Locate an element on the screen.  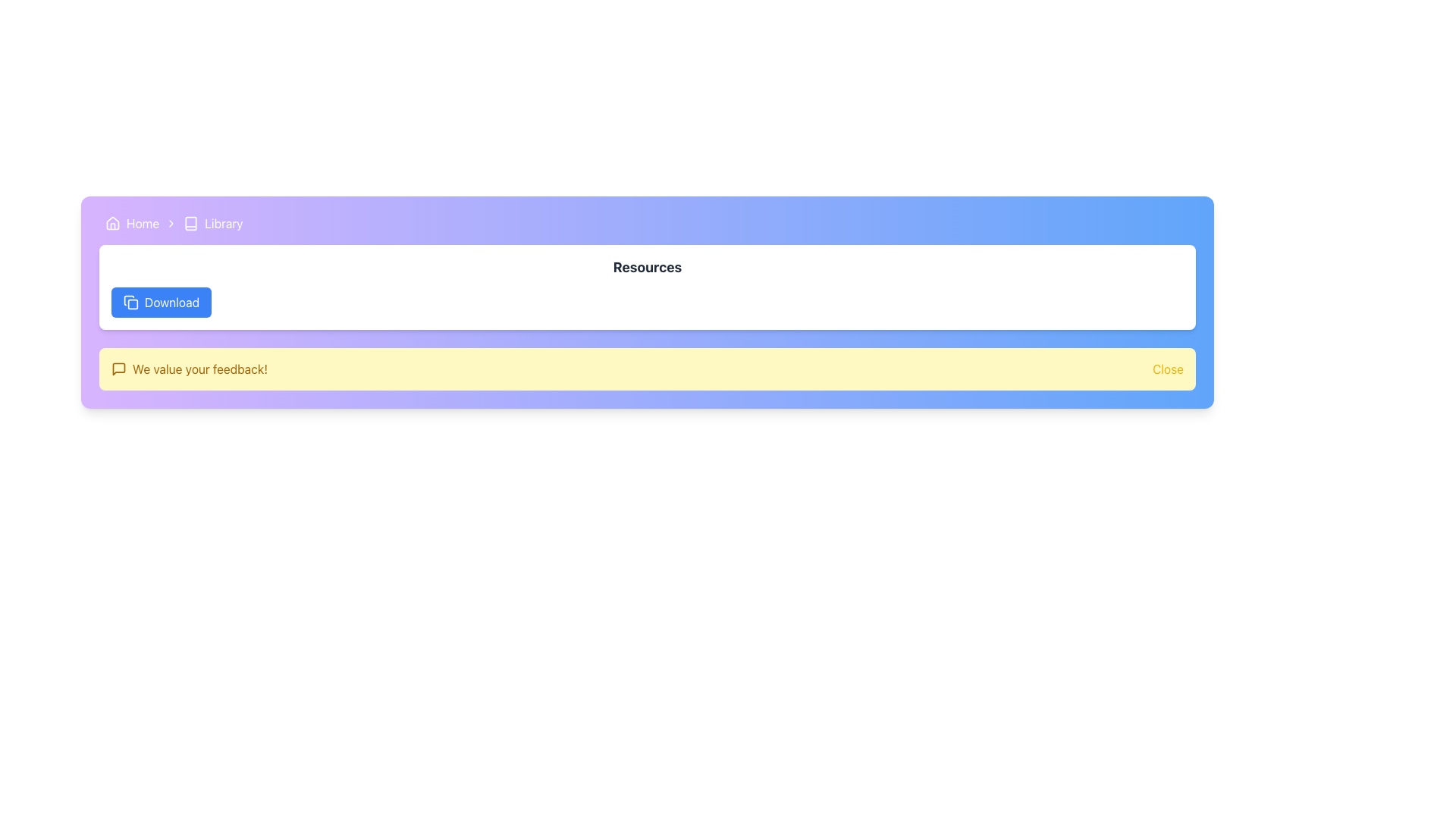
the informative label with an icon and text located in the bottom left section of the interface, adjacent to the 'Close' element is located at coordinates (188, 369).